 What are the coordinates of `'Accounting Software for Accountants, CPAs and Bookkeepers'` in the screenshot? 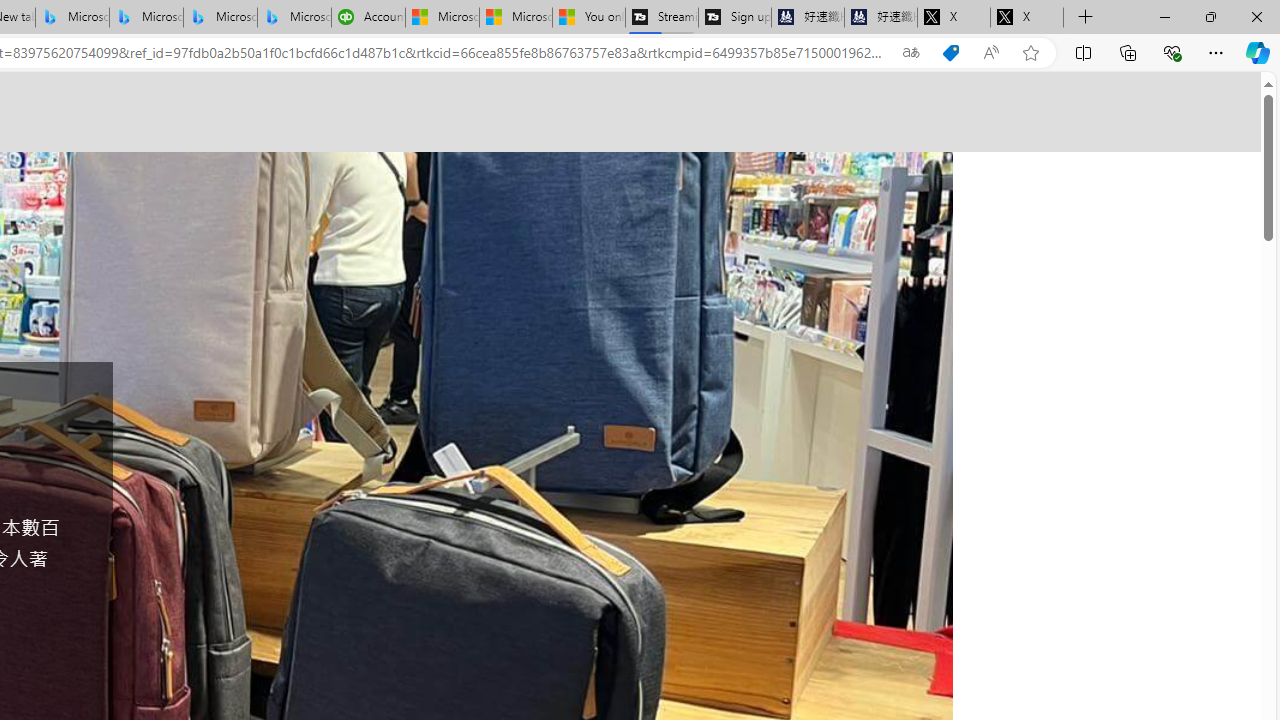 It's located at (368, 17).